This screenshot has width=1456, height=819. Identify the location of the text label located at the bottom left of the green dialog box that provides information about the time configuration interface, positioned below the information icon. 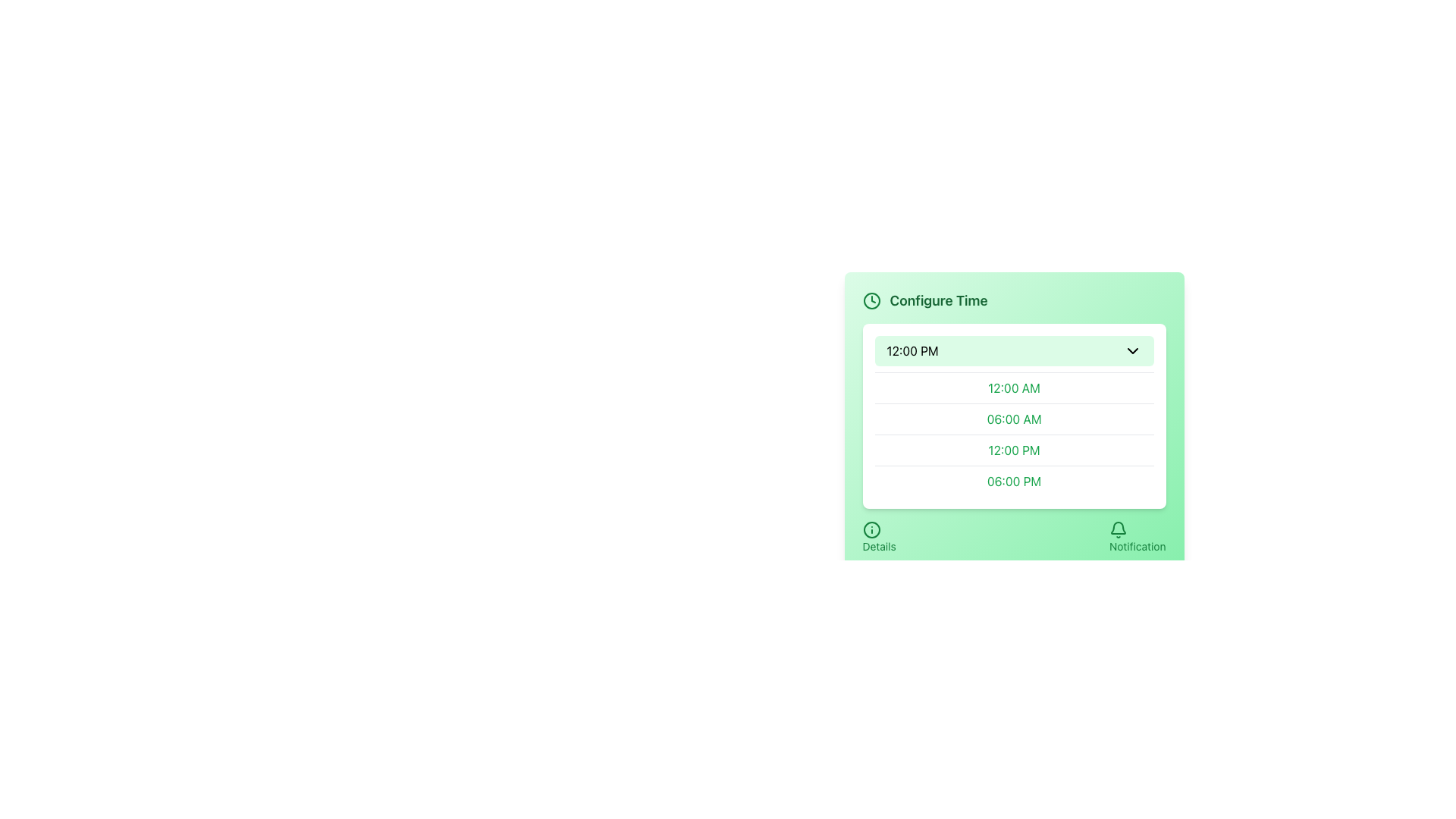
(878, 547).